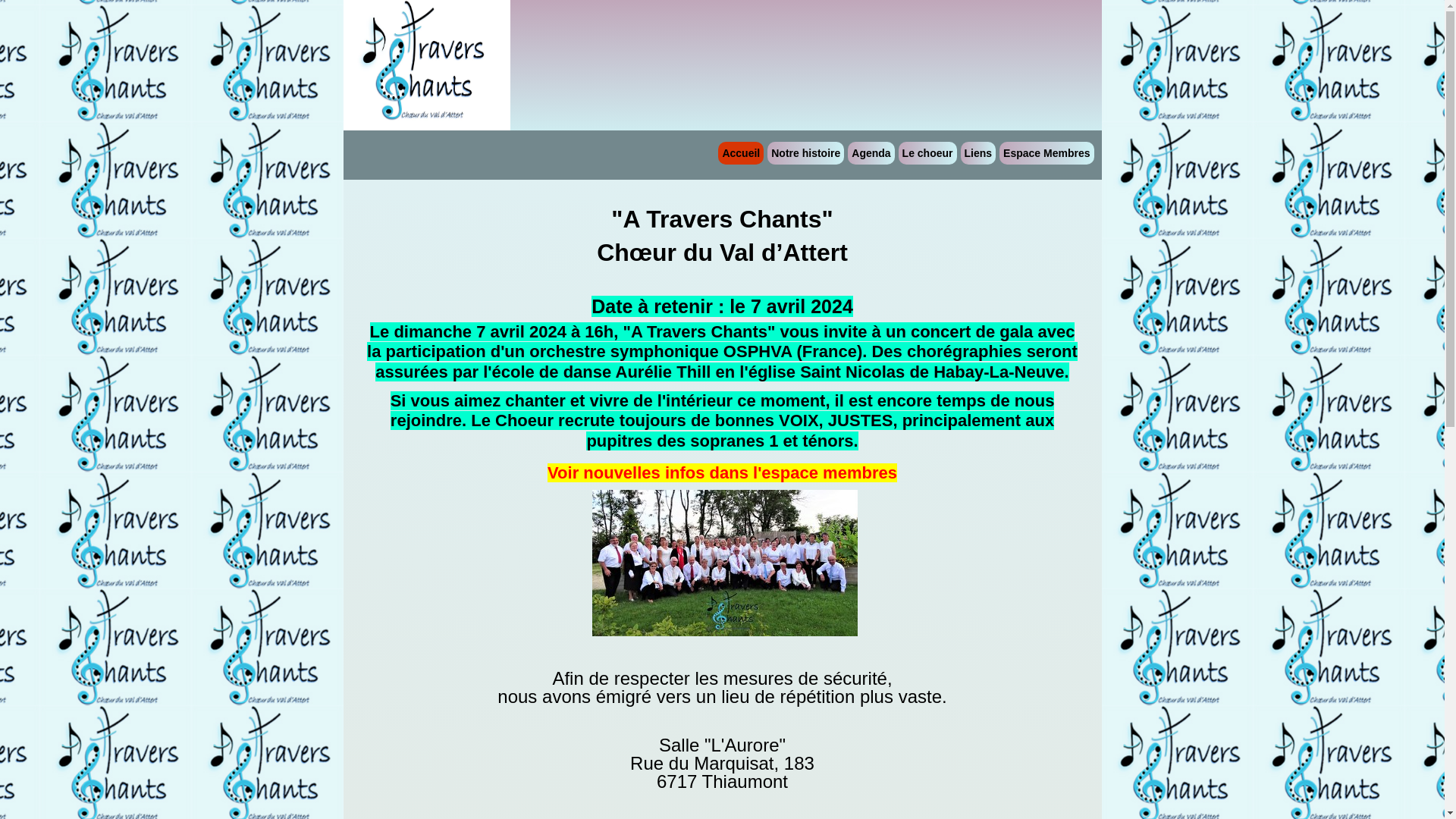  I want to click on 'Notre histoire', so click(805, 152).